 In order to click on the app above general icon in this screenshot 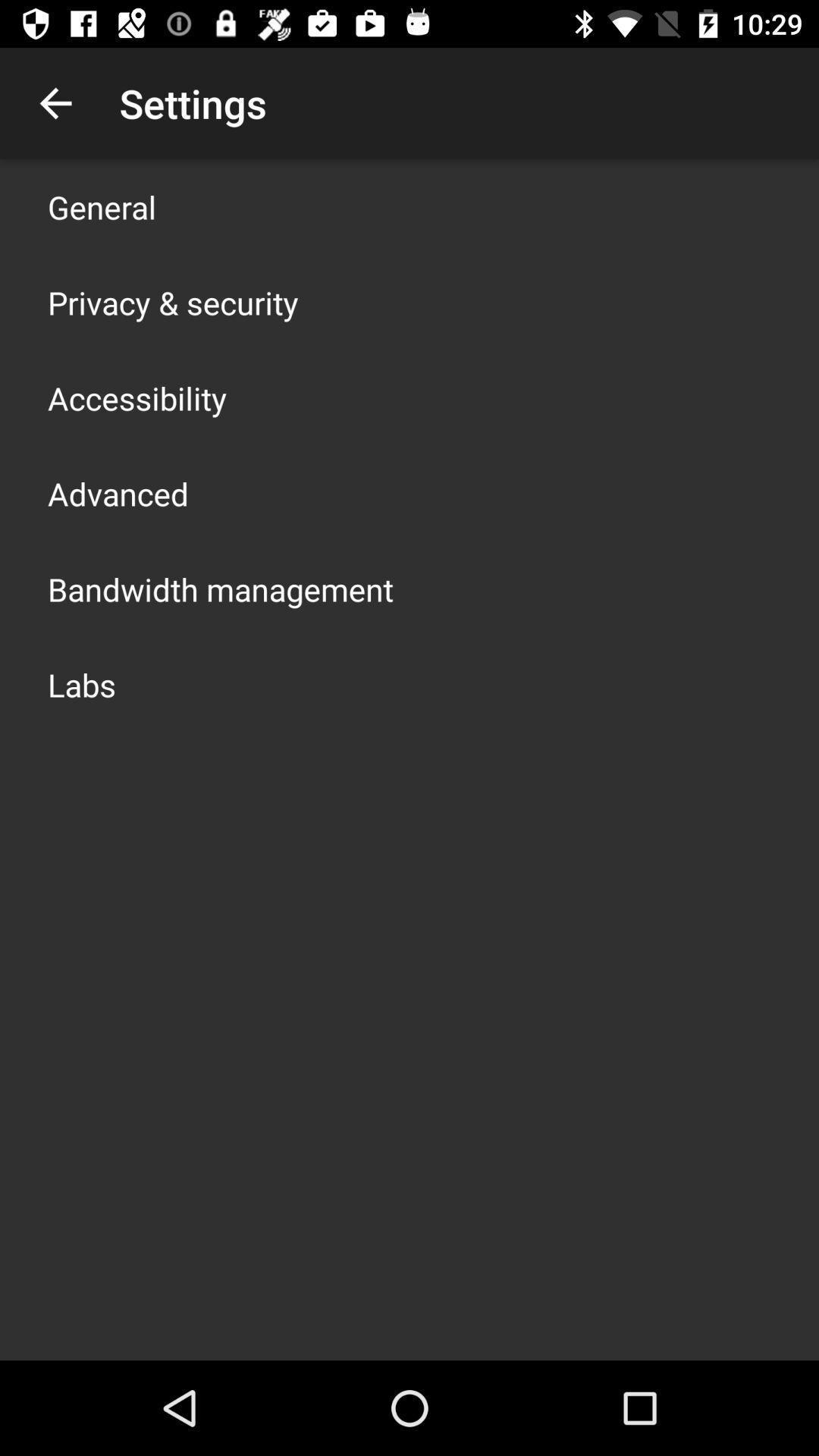, I will do `click(55, 102)`.